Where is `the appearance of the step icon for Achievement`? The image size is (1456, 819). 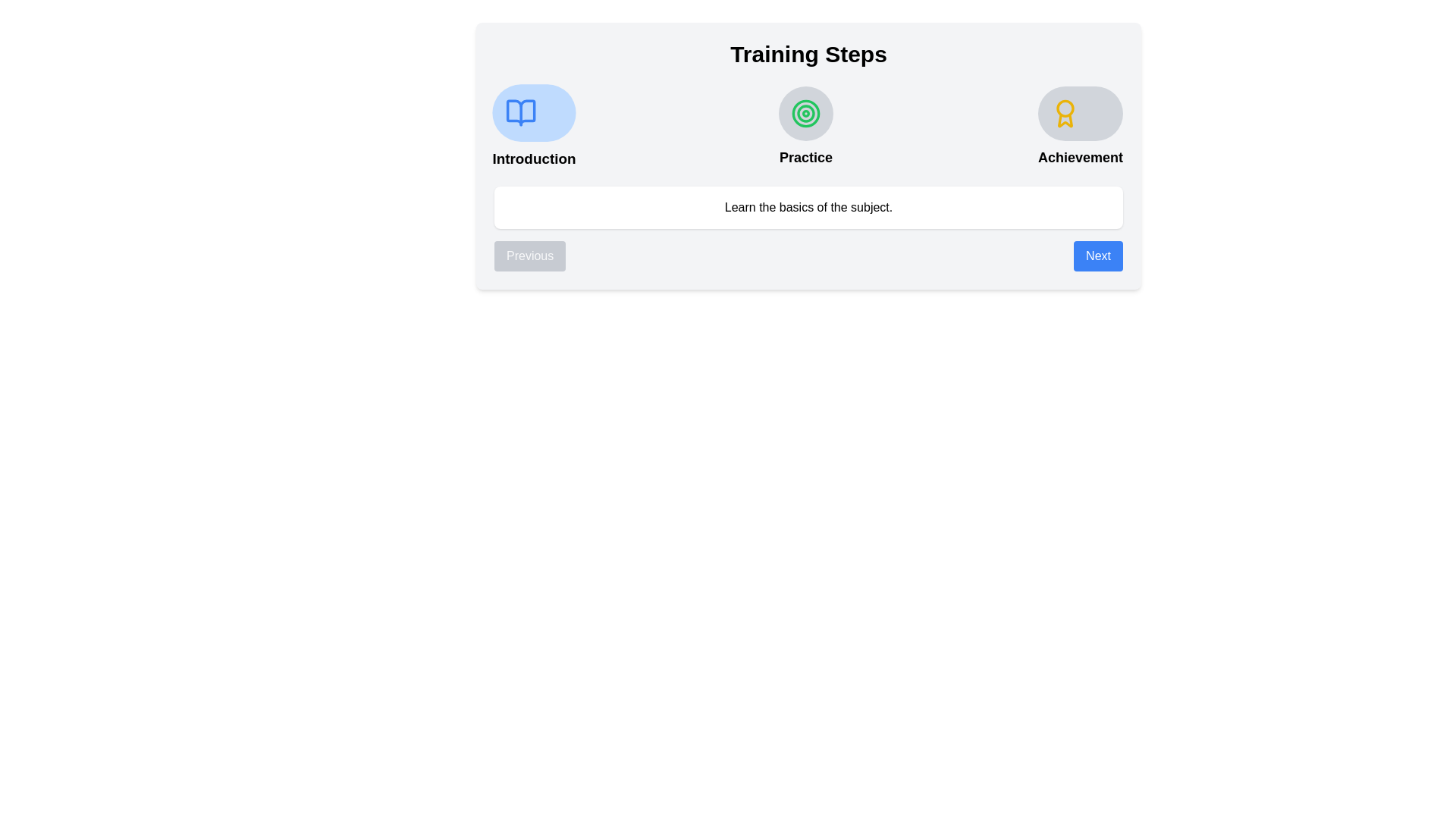
the appearance of the step icon for Achievement is located at coordinates (1080, 113).